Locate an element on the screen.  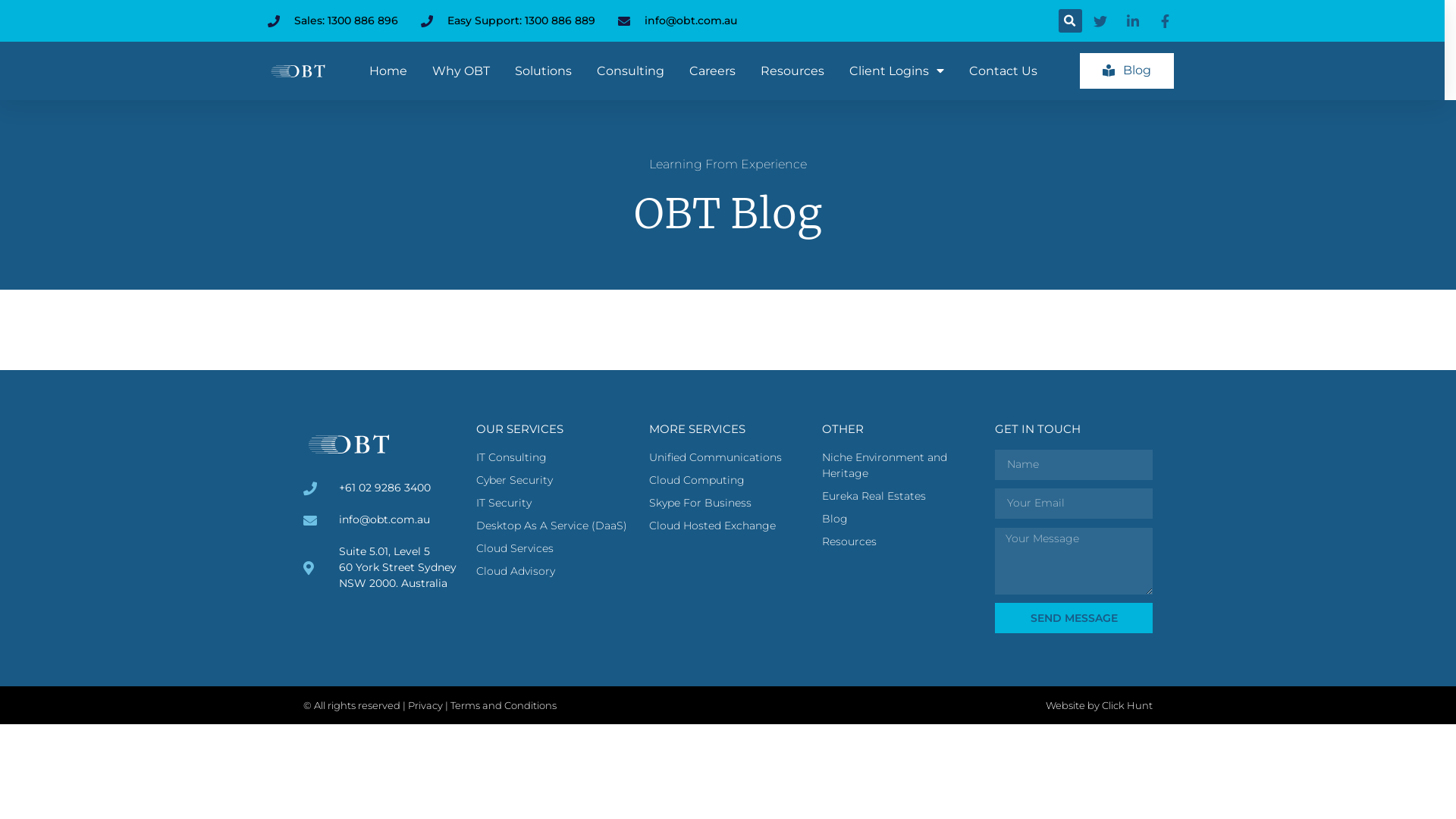
'Cloud Advisory' is located at coordinates (554, 571).